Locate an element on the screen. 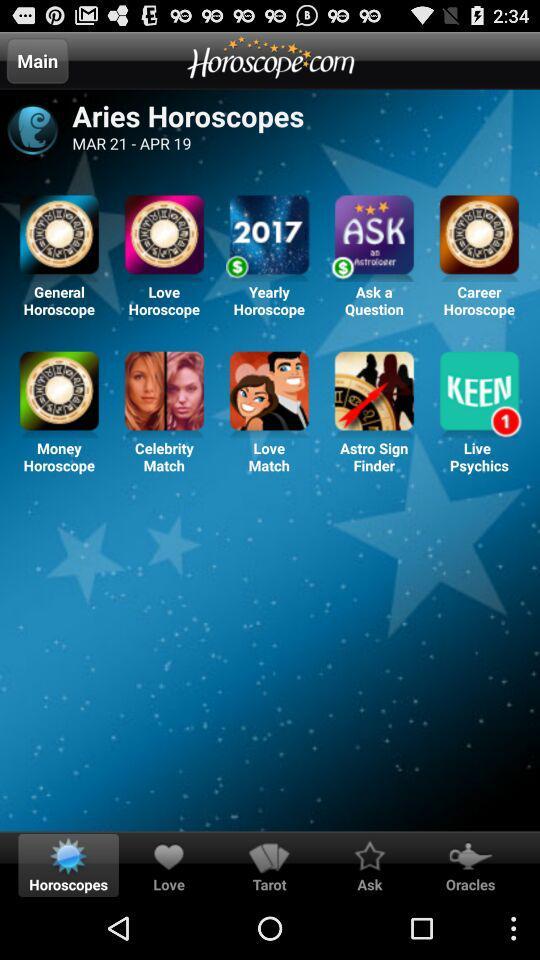 This screenshot has width=540, height=960. general horoscope option is located at coordinates (59, 238).